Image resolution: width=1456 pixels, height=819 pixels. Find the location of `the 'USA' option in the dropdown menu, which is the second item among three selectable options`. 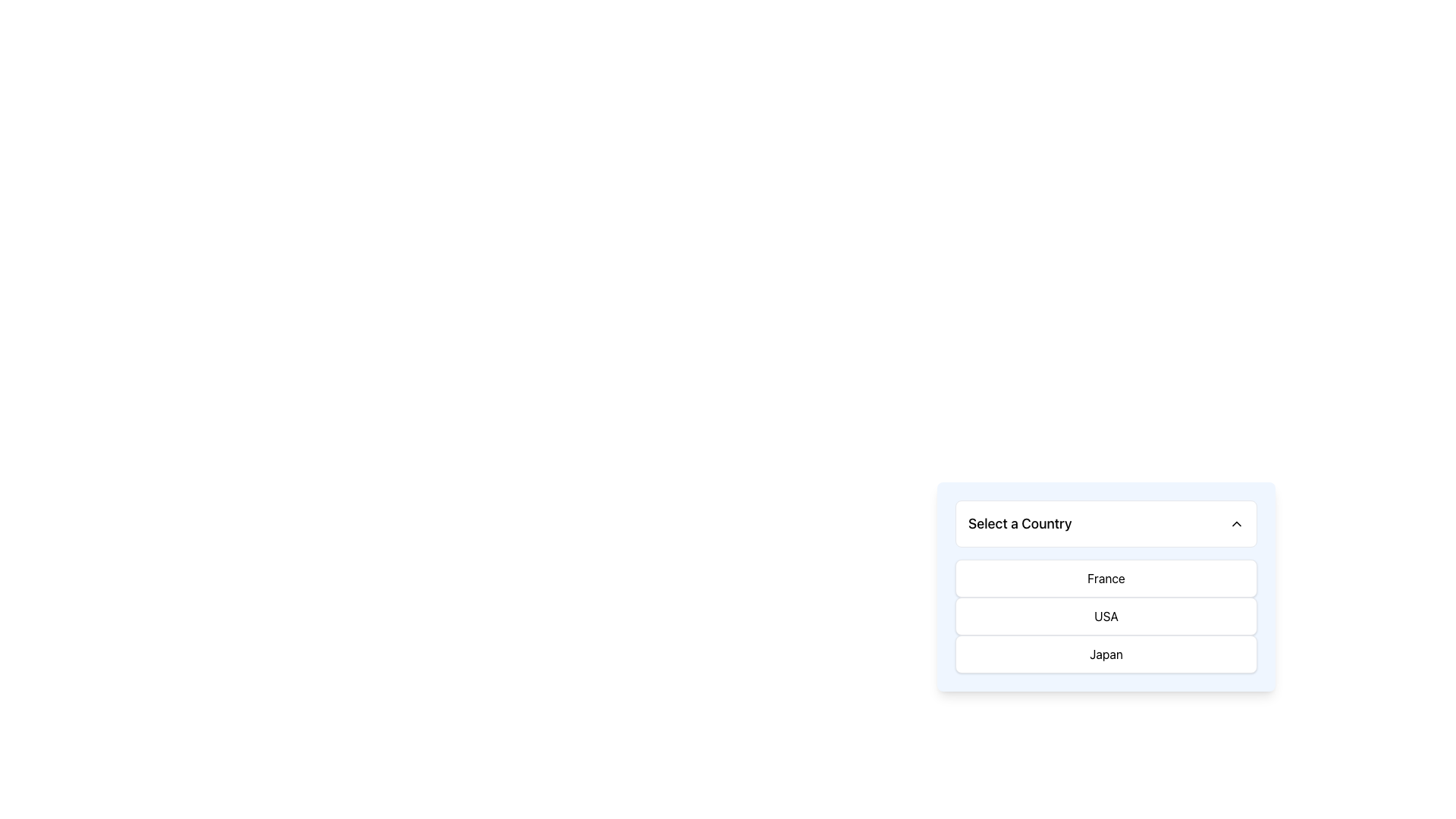

the 'USA' option in the dropdown menu, which is the second item among three selectable options is located at coordinates (1106, 629).